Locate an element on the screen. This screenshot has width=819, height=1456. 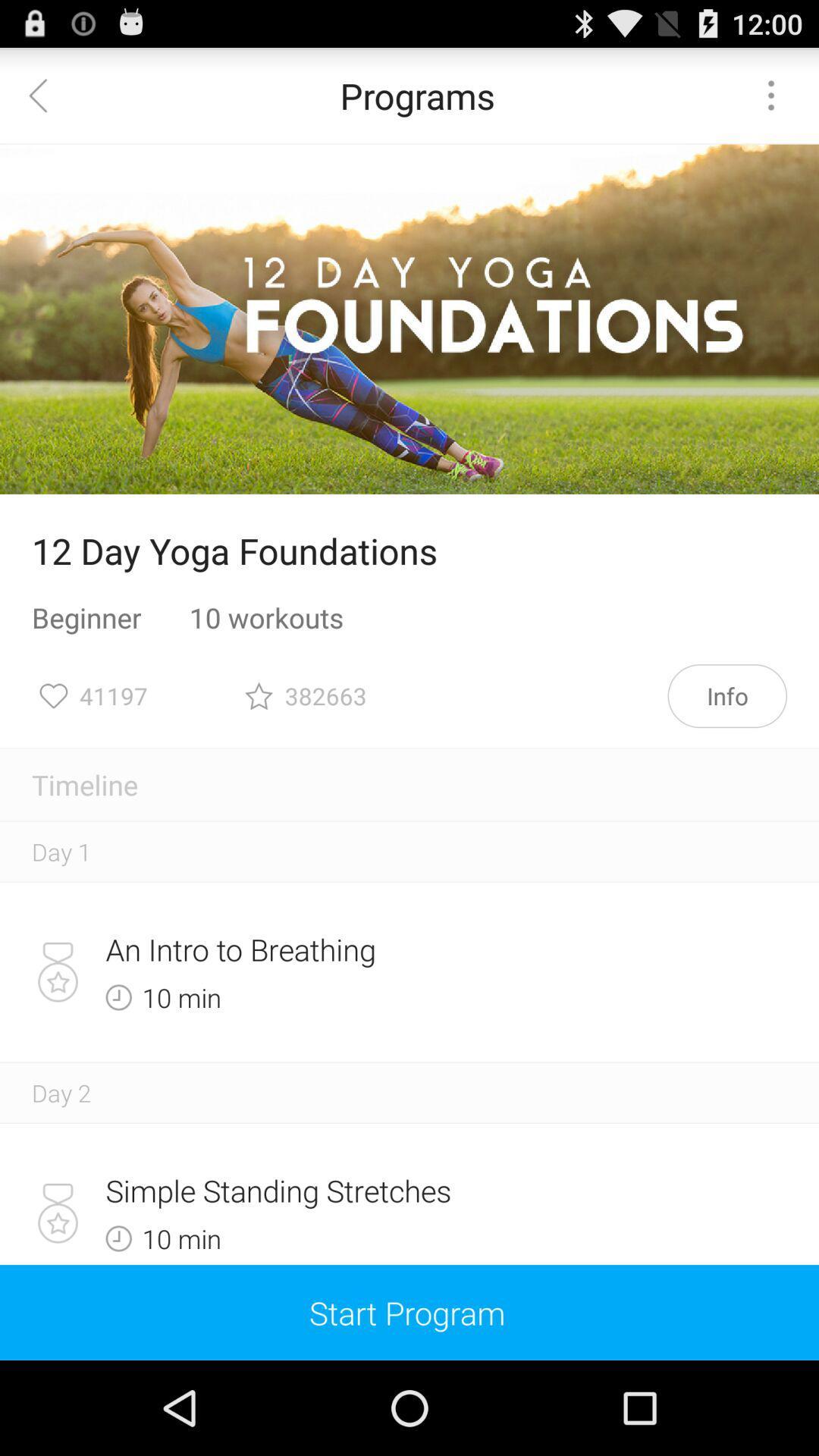
day 1 icon is located at coordinates (61, 852).